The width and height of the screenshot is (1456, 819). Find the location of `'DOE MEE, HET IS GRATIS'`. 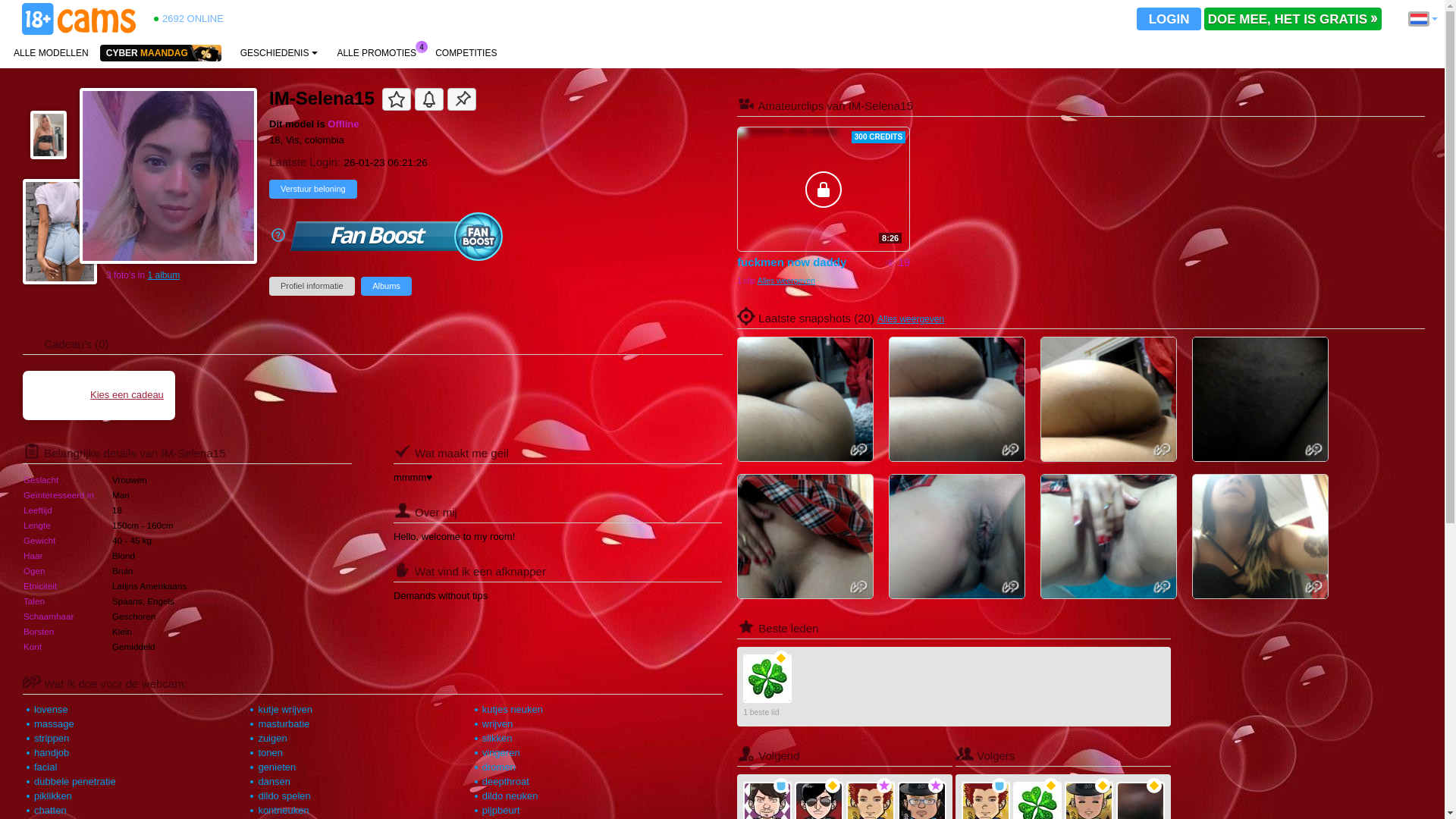

'DOE MEE, HET IS GRATIS' is located at coordinates (1291, 18).